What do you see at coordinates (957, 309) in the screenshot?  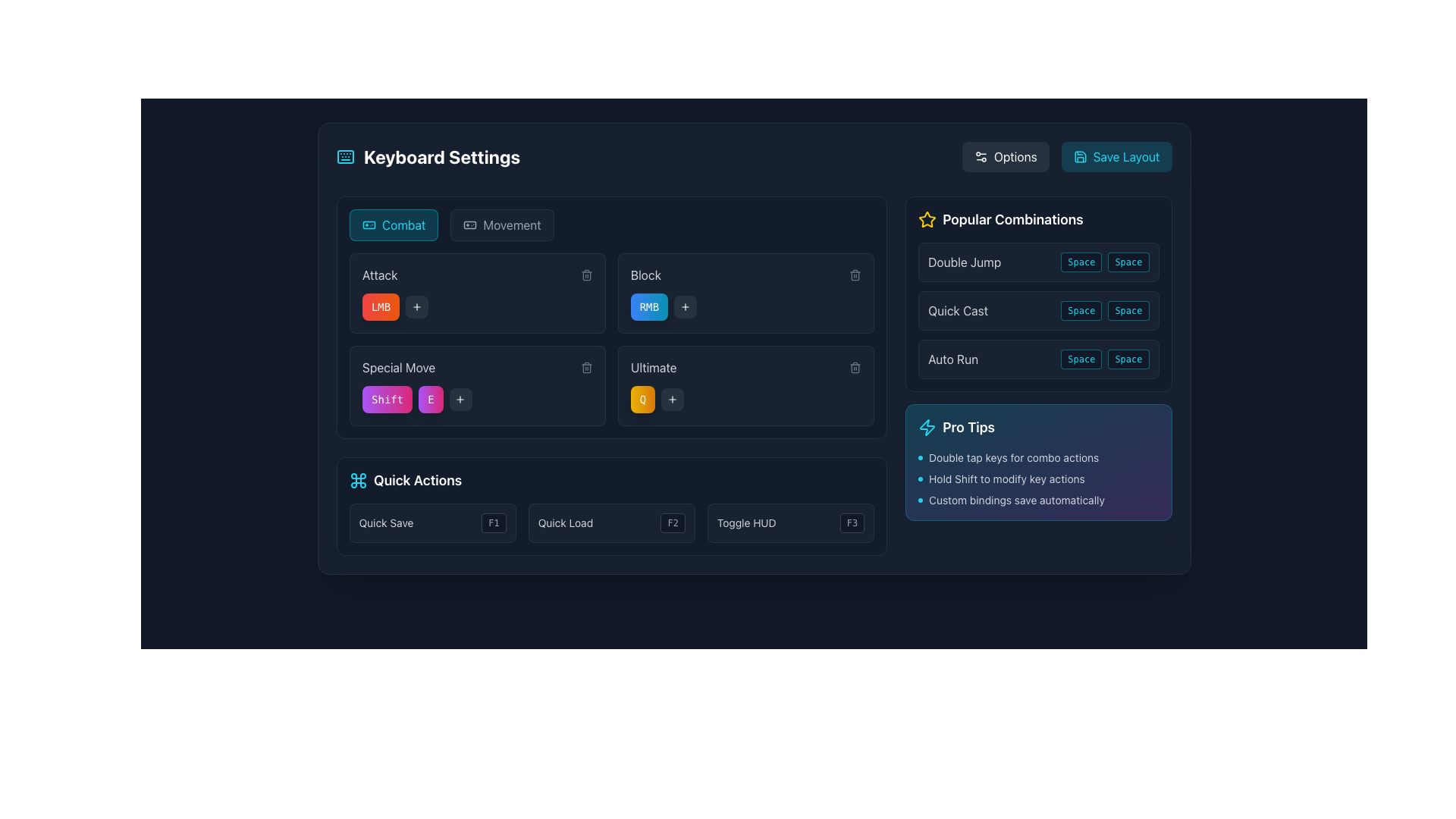 I see `the static label 'Quick Cast' located in the right panel under the 'Popular Combinations' section, which is the first element in a list of labels` at bounding box center [957, 309].